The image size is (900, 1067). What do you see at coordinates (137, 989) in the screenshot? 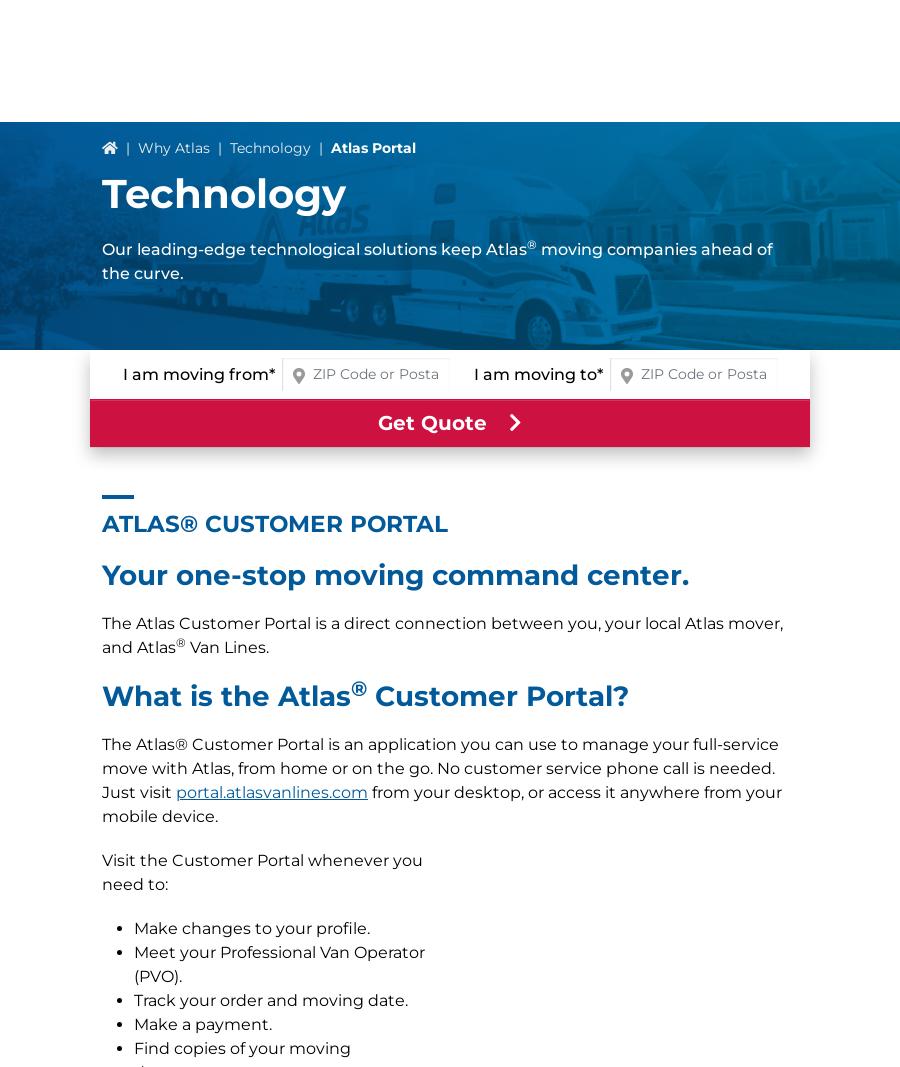
I see `'Careers'` at bounding box center [137, 989].